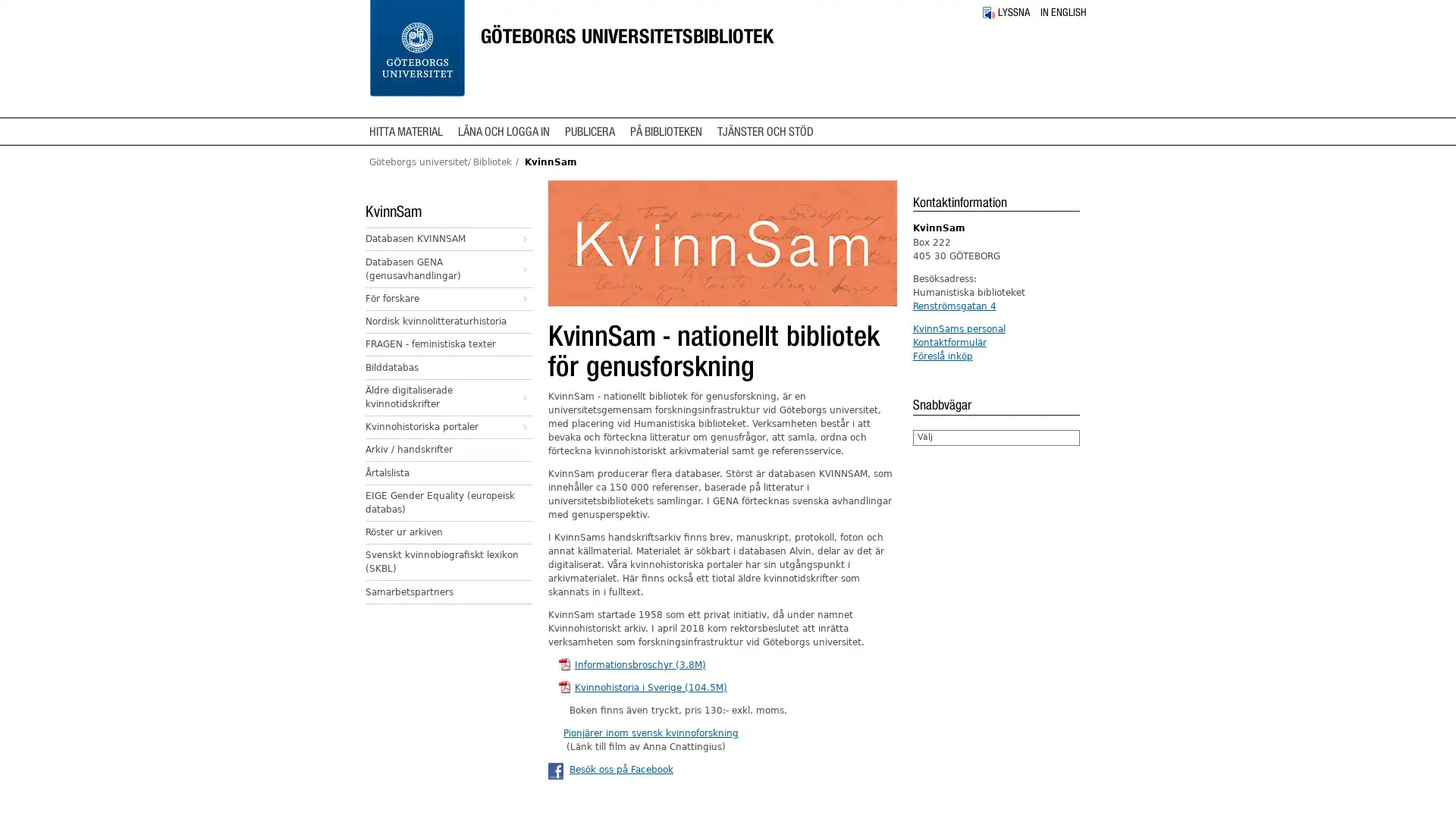 This screenshot has height=819, width=1456. What do you see at coordinates (1006, 12) in the screenshot?
I see `LYSSNA` at bounding box center [1006, 12].